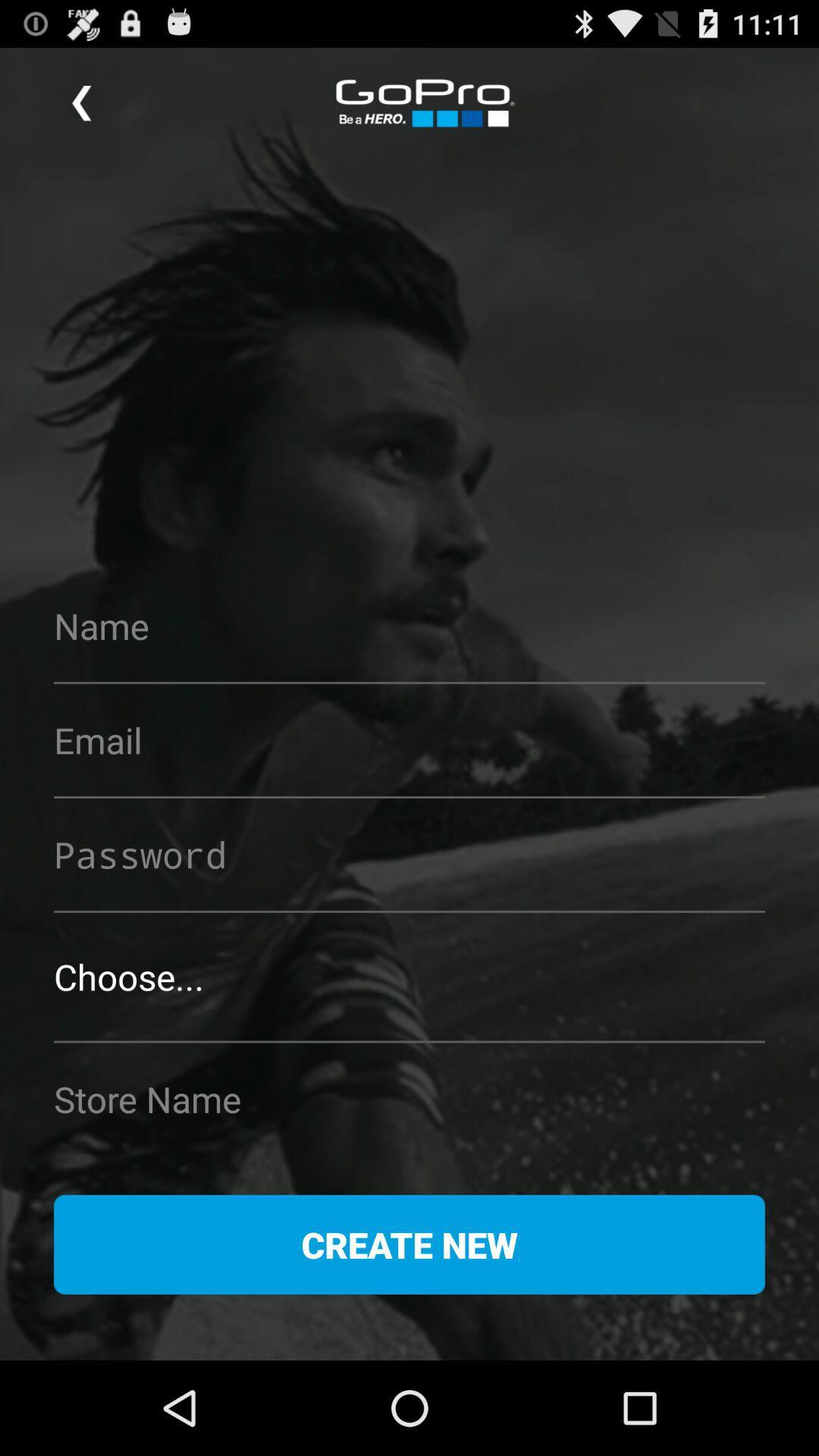  Describe the element at coordinates (81, 102) in the screenshot. I see `previous` at that location.